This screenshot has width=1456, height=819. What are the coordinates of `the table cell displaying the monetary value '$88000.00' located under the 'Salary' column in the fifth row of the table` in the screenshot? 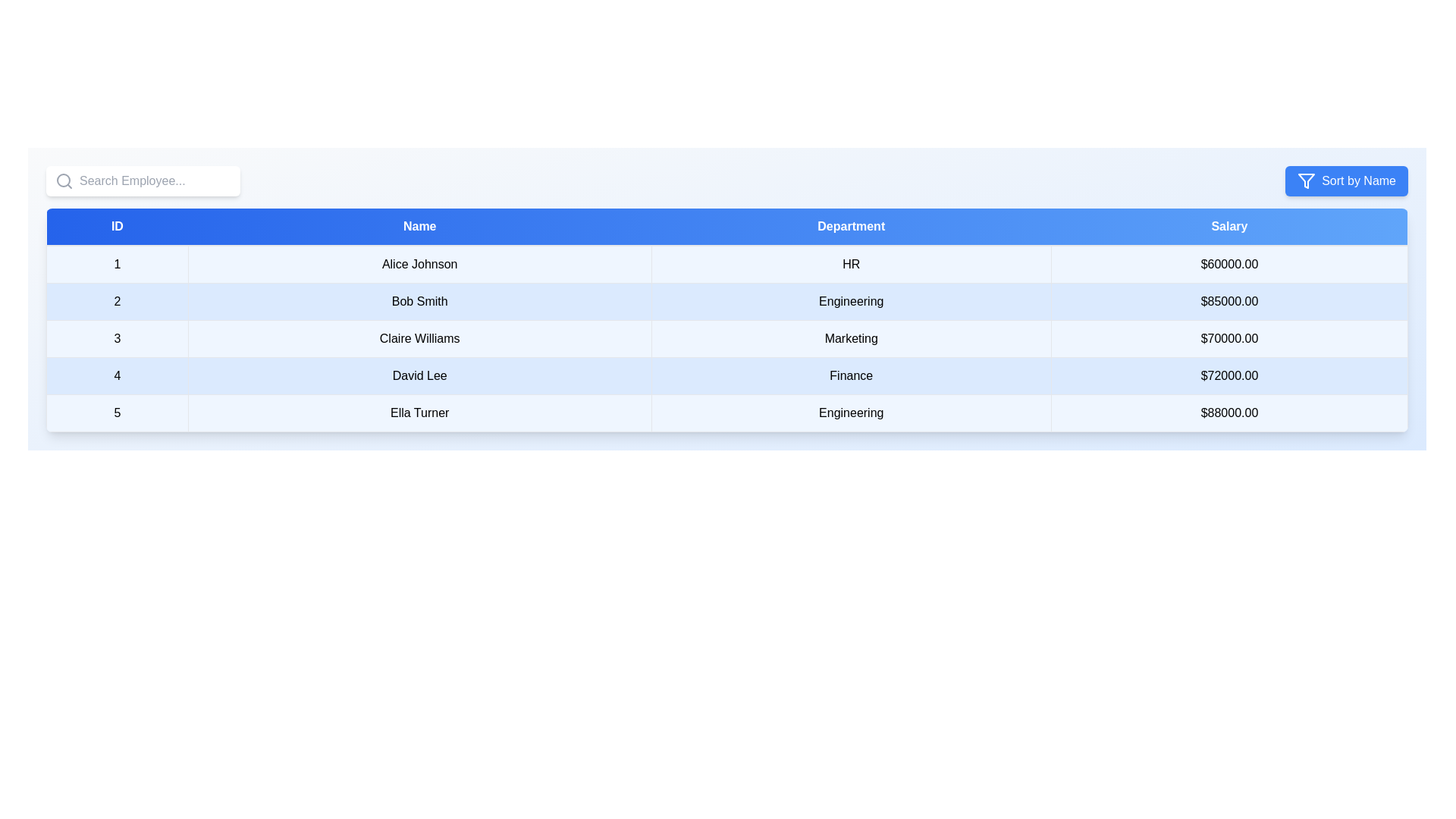 It's located at (1229, 413).